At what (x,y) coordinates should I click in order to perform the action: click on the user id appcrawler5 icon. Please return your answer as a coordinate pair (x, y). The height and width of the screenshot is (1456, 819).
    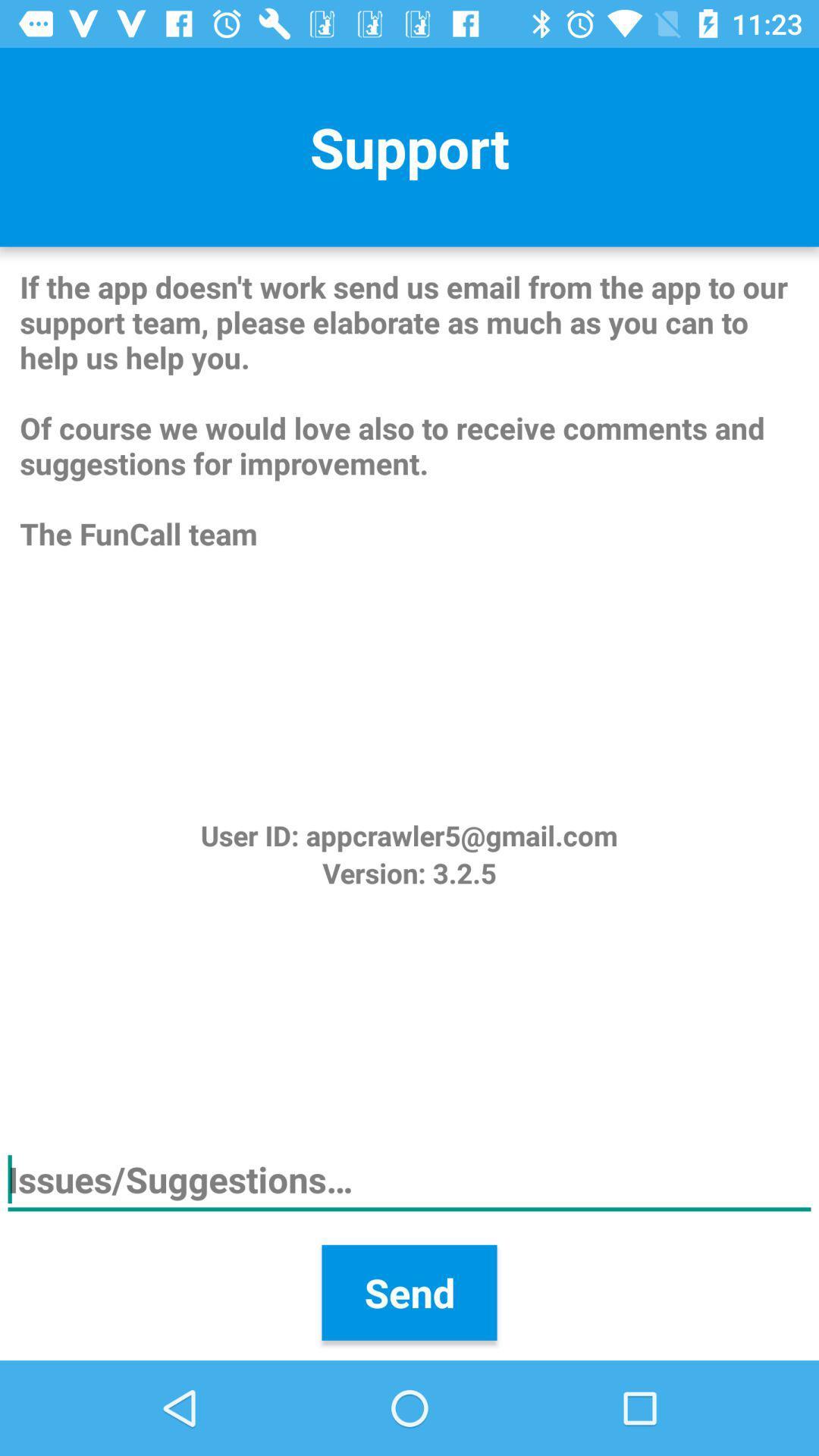
    Looking at the image, I should click on (408, 834).